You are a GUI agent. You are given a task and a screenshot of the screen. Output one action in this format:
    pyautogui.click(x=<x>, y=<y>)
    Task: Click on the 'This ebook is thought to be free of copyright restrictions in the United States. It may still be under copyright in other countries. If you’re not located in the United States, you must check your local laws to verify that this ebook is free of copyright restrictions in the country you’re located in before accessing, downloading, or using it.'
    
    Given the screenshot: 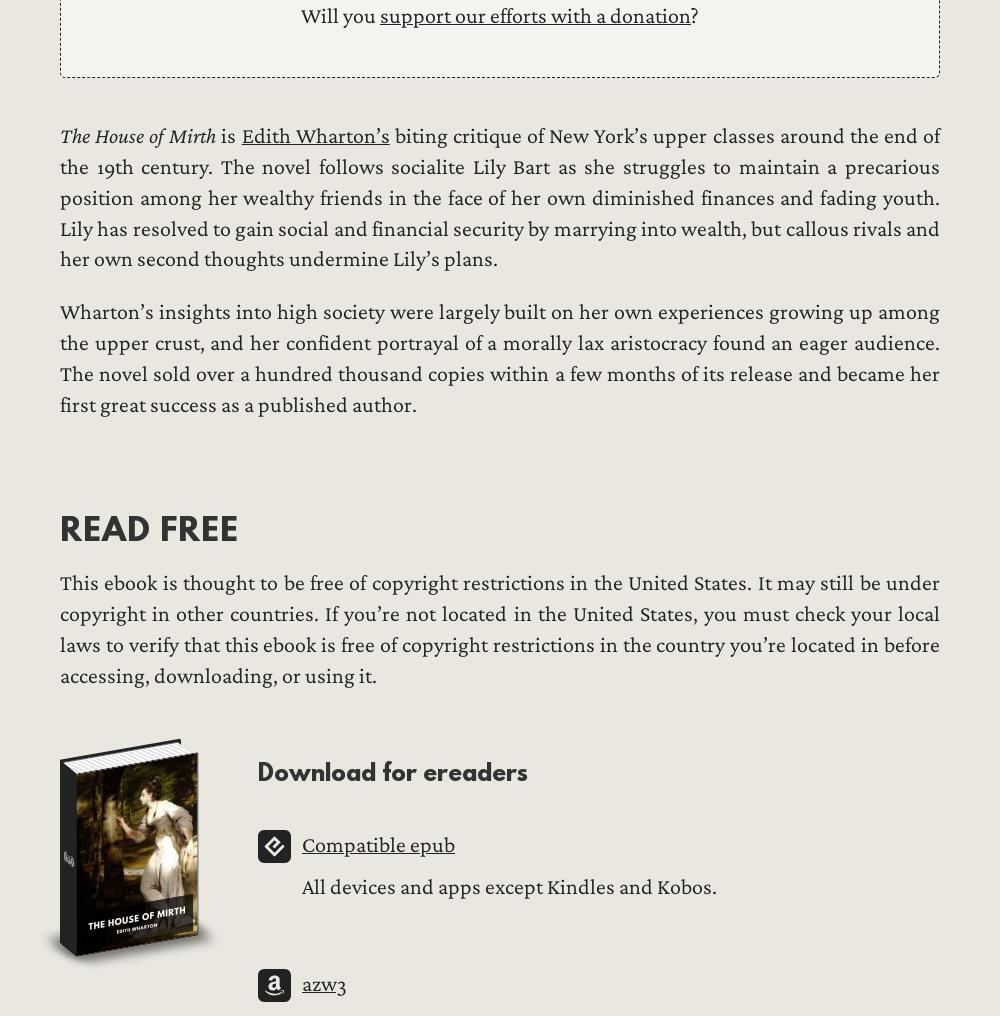 What is the action you would take?
    pyautogui.click(x=500, y=630)
    